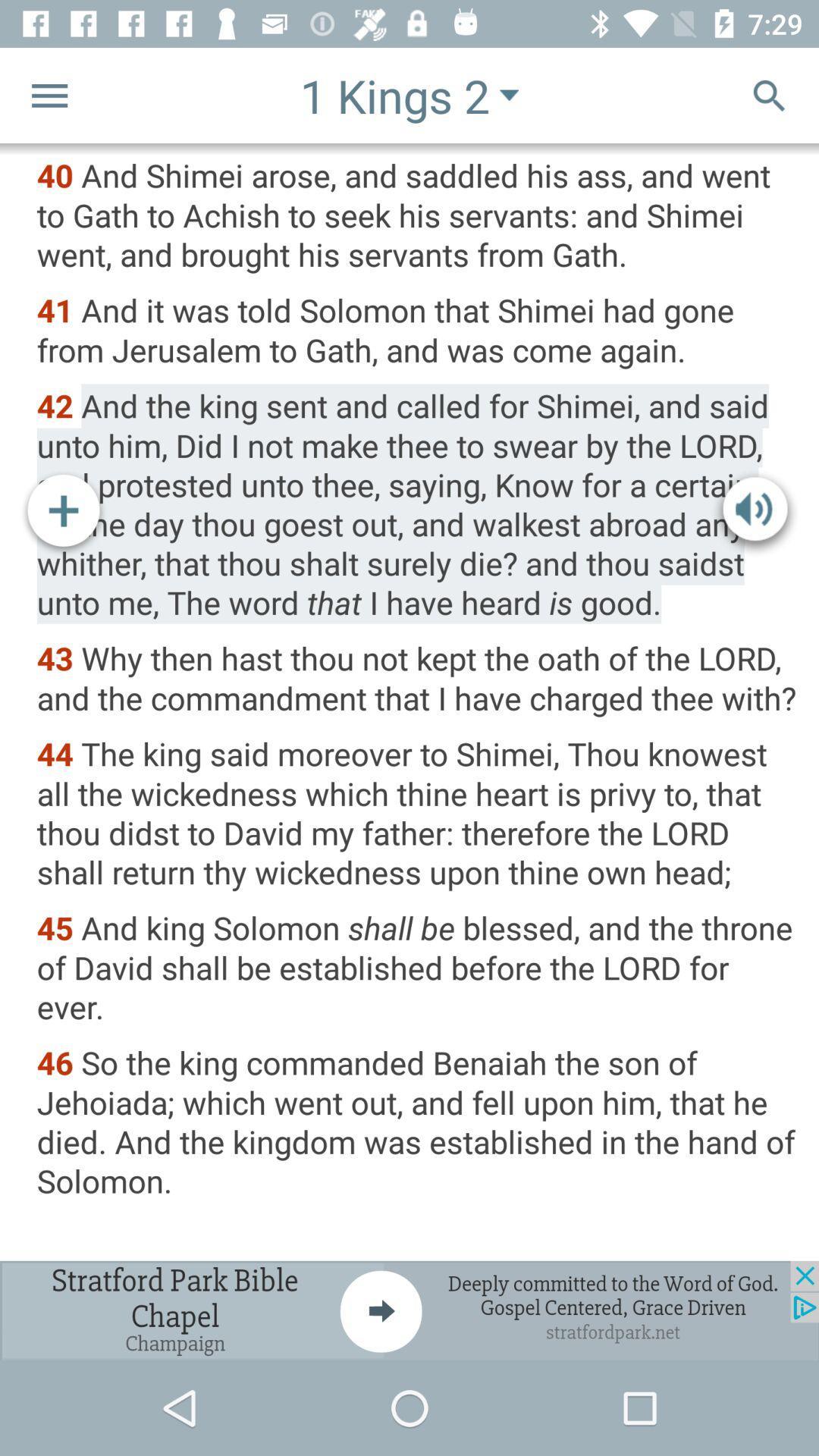 The image size is (819, 1456). I want to click on more, so click(63, 513).